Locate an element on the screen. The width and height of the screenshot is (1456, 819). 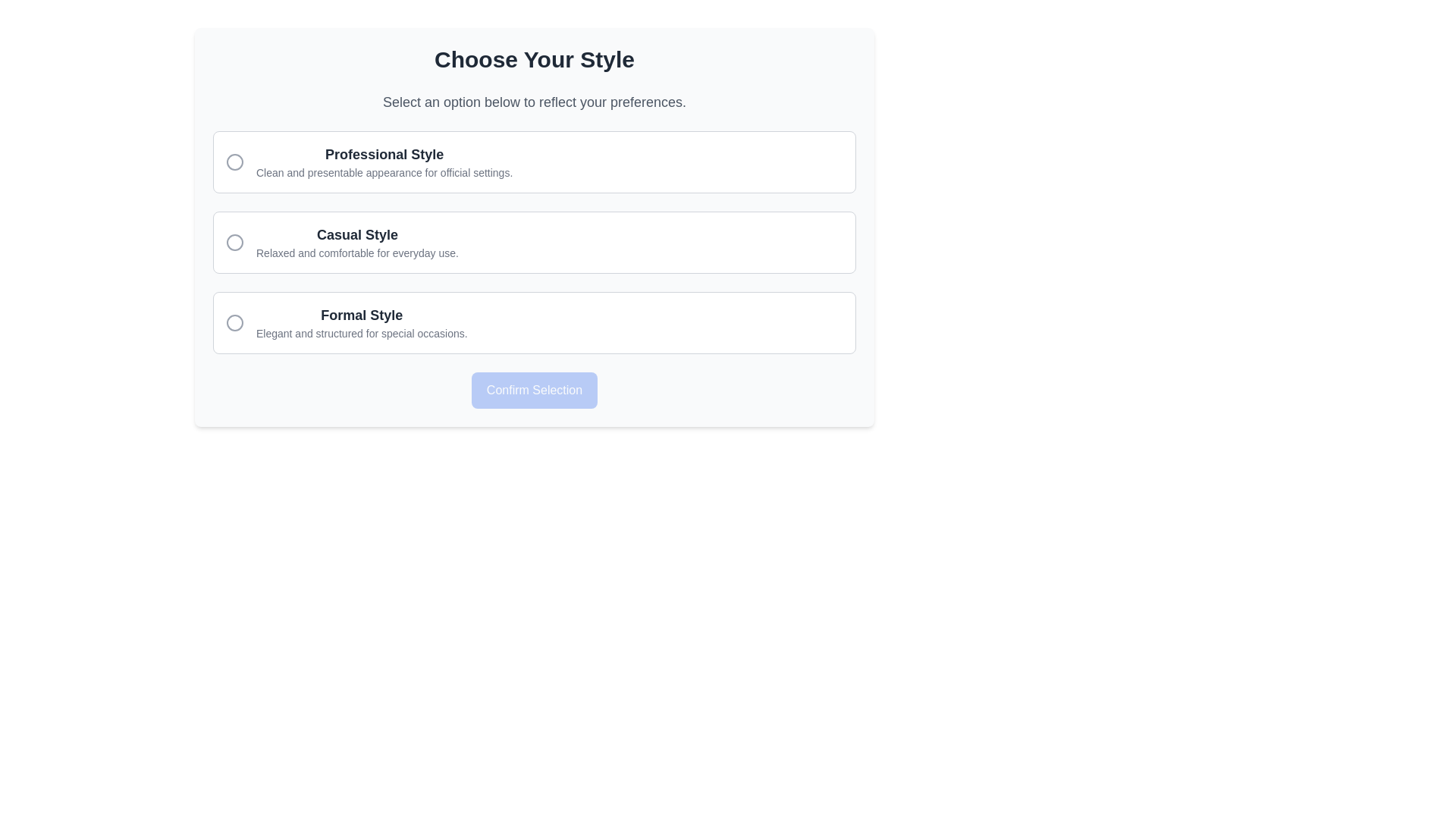
the selectable option labeled 'Casual Style' which features a circular radio button on the left and a description on the right is located at coordinates (535, 242).